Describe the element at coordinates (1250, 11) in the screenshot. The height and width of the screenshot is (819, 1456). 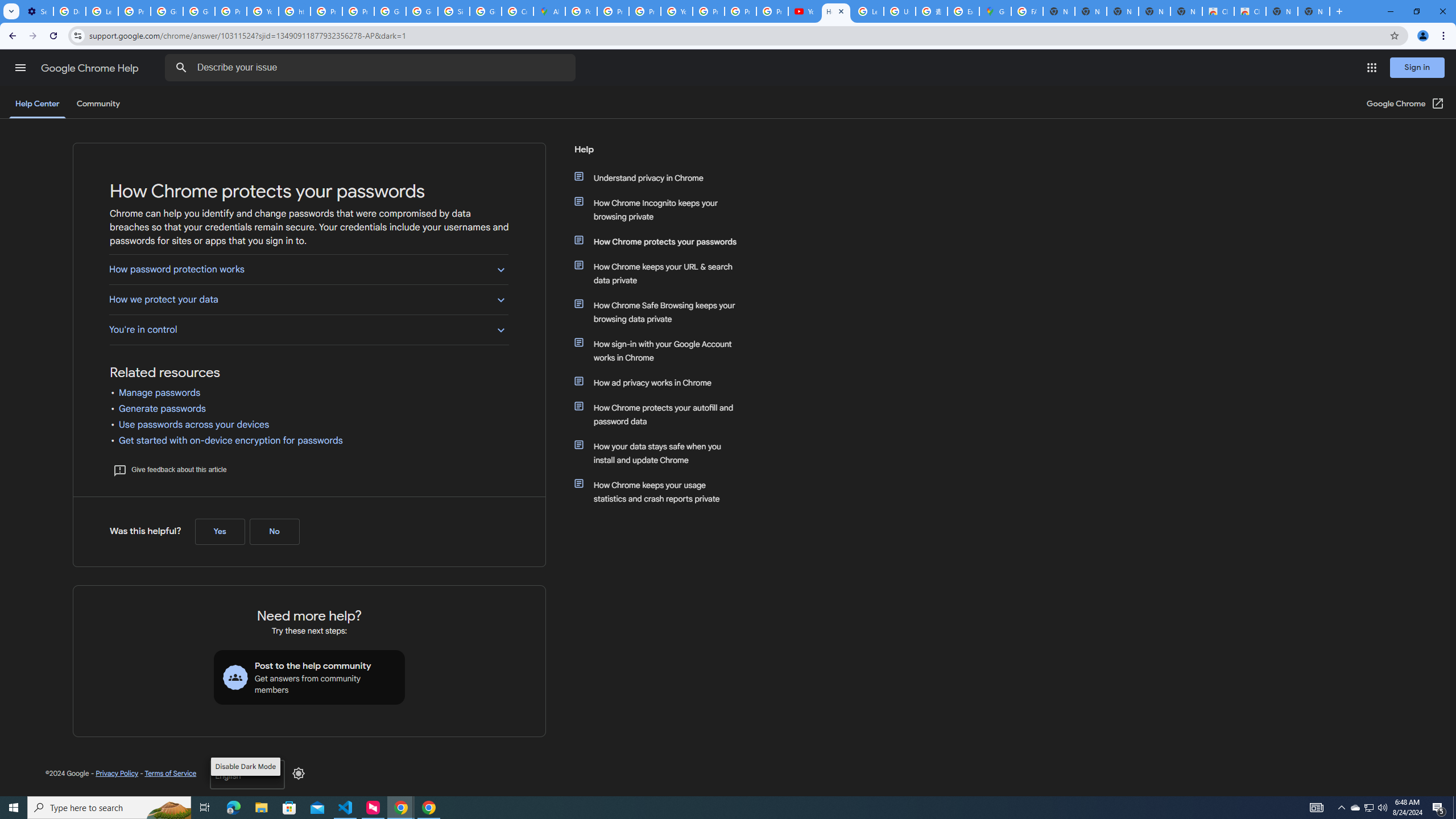
I see `'Classic Blue - Chrome Web Store'` at that location.